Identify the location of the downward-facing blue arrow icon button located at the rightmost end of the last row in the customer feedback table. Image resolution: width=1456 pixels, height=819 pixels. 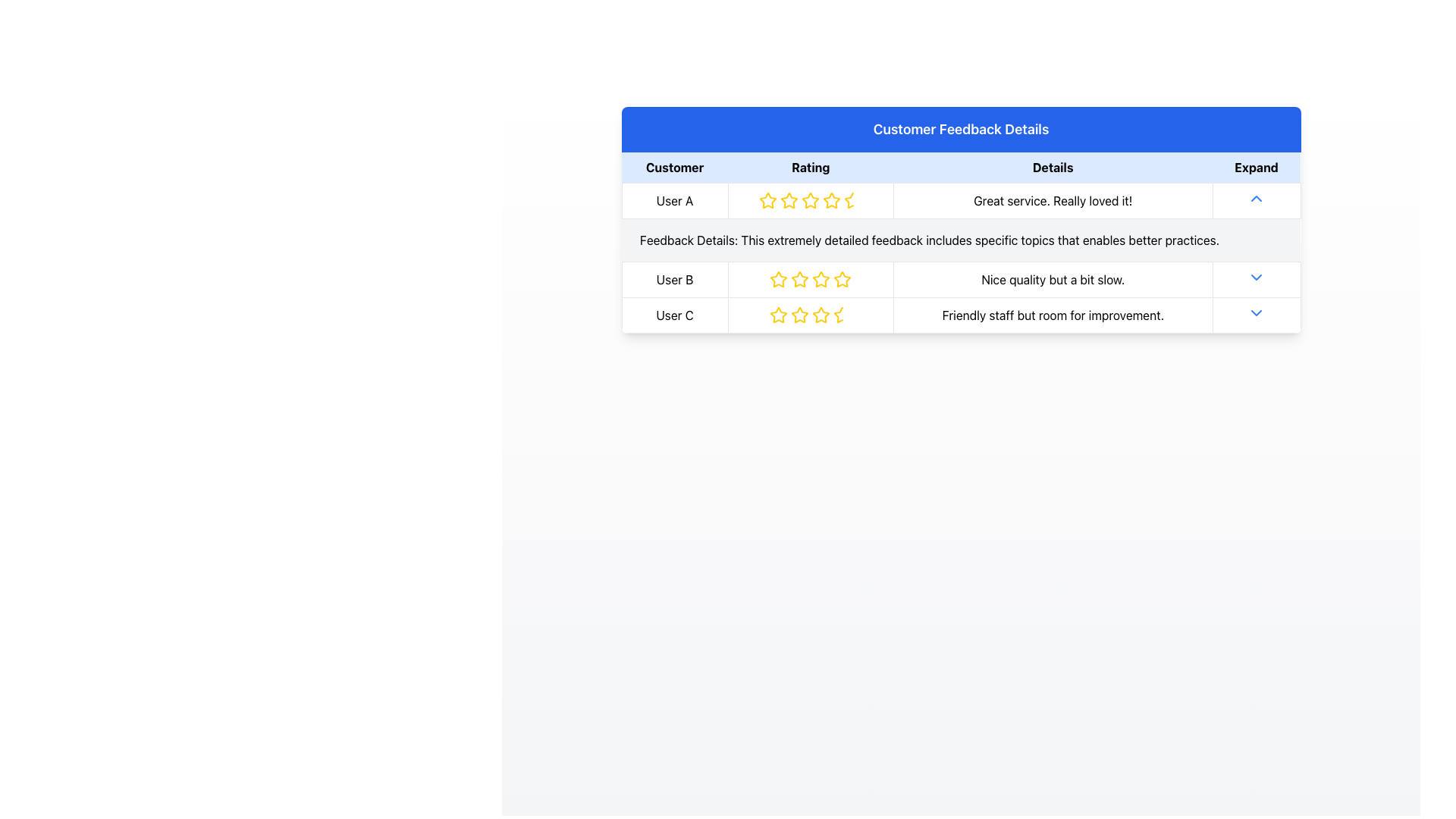
(1257, 315).